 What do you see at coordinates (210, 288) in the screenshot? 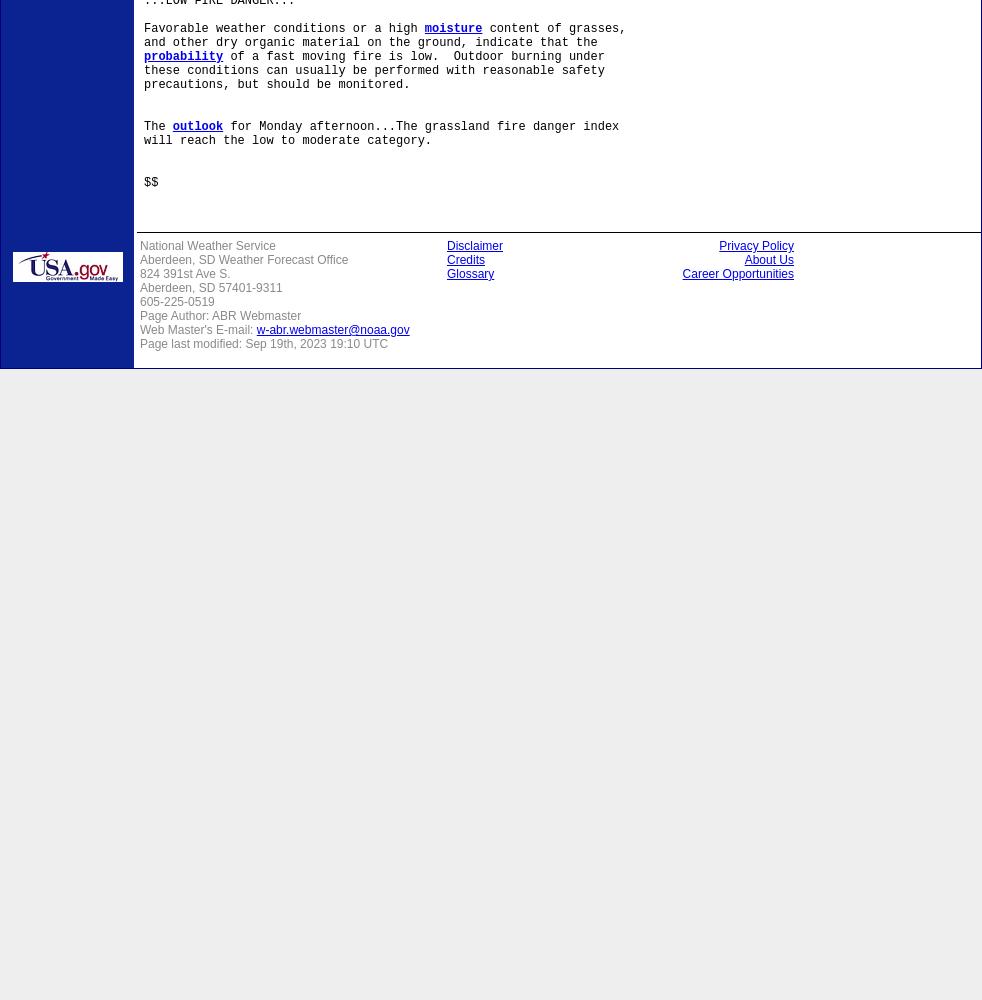
I see `'Aberdeen, SD  57401-9311'` at bounding box center [210, 288].